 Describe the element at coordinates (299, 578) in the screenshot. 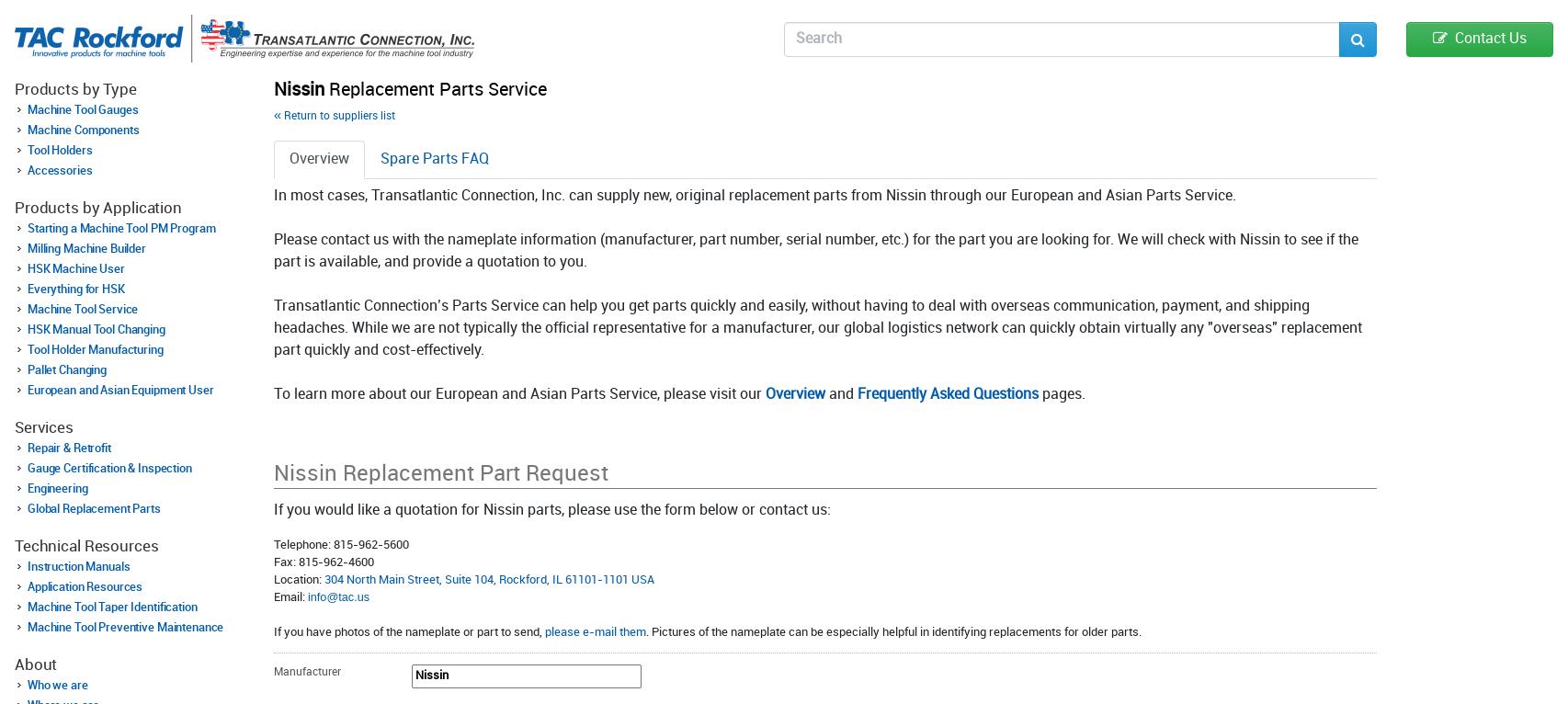

I see `'Location:'` at that location.